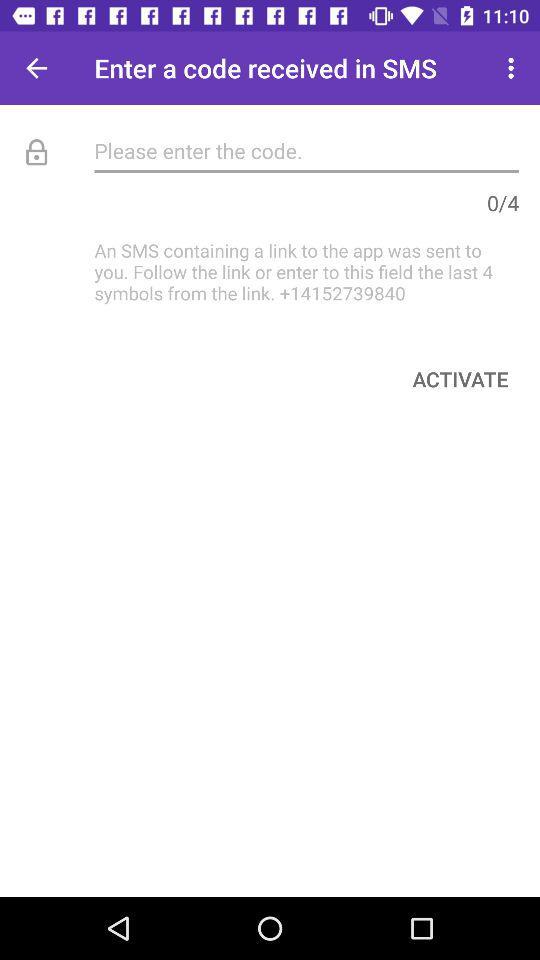 This screenshot has height=960, width=540. Describe the element at coordinates (36, 68) in the screenshot. I see `prewies` at that location.